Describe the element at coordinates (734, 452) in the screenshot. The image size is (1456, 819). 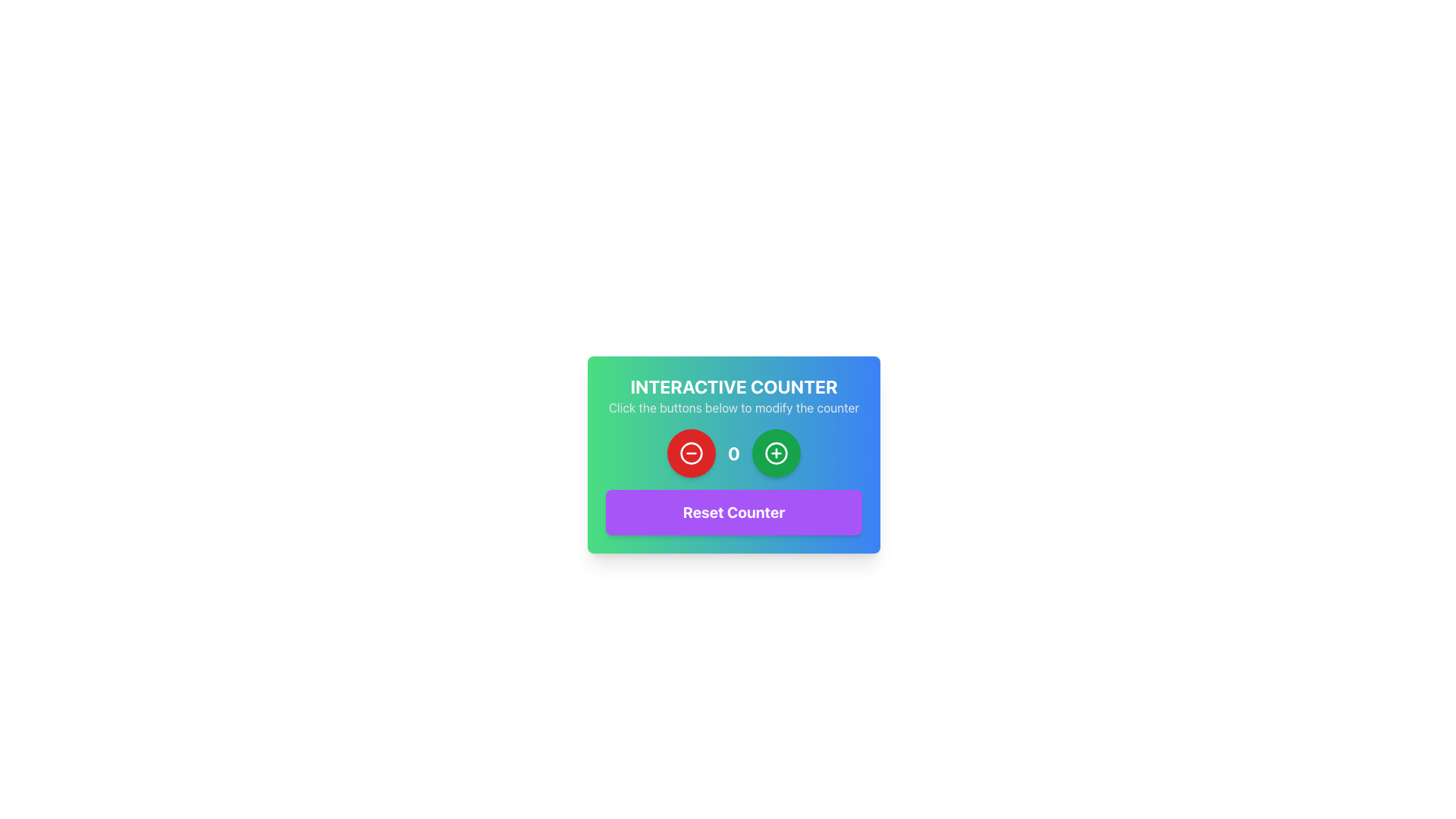
I see `displayed value of the counter located in the center of the row within the interactive counter component` at that location.